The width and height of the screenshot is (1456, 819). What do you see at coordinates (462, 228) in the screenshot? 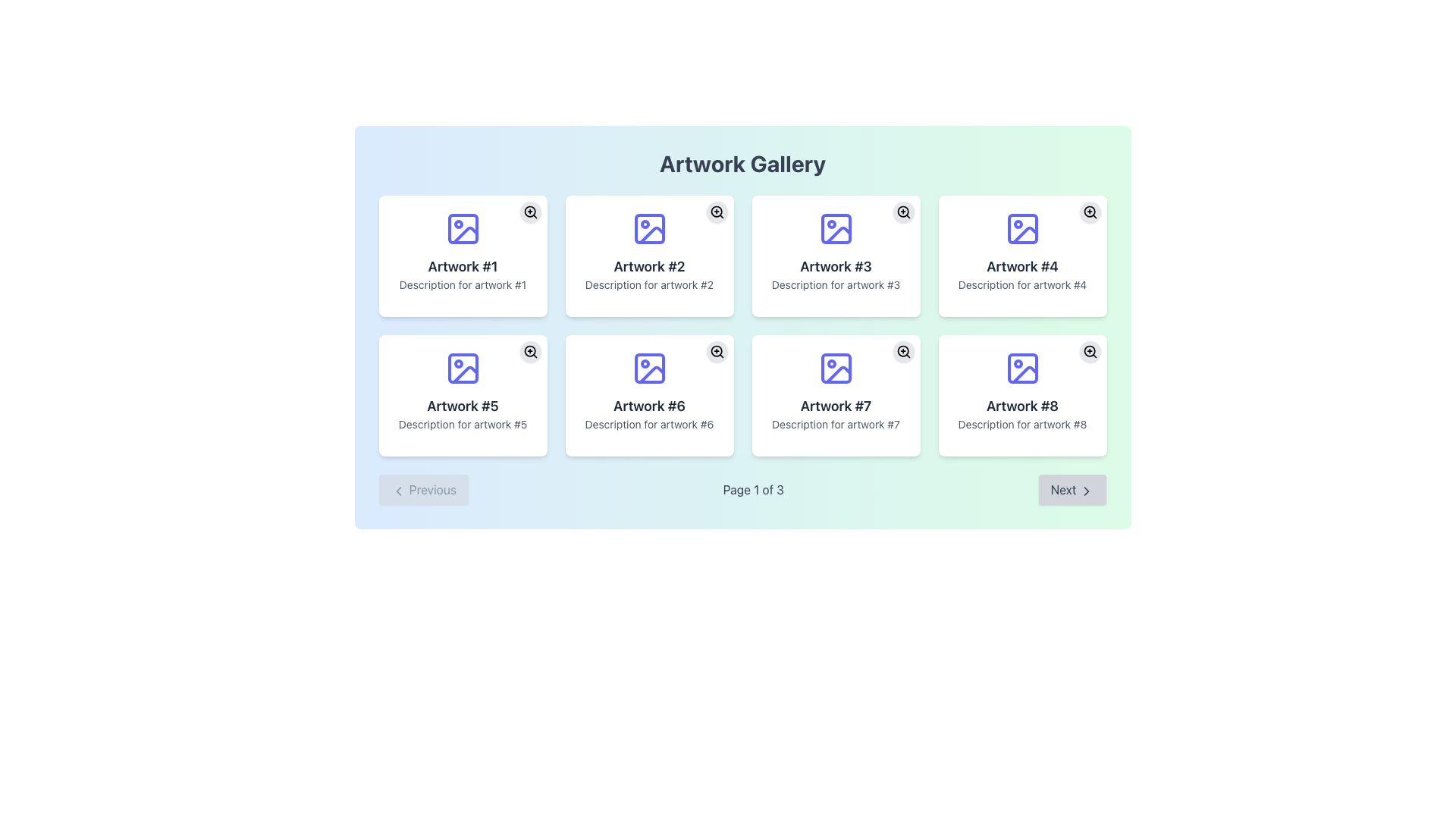
I see `the blue image outline icon with a rounded corner and a small circular indicator located above the title 'Artwork #1' in the top center of the gallery grid` at bounding box center [462, 228].